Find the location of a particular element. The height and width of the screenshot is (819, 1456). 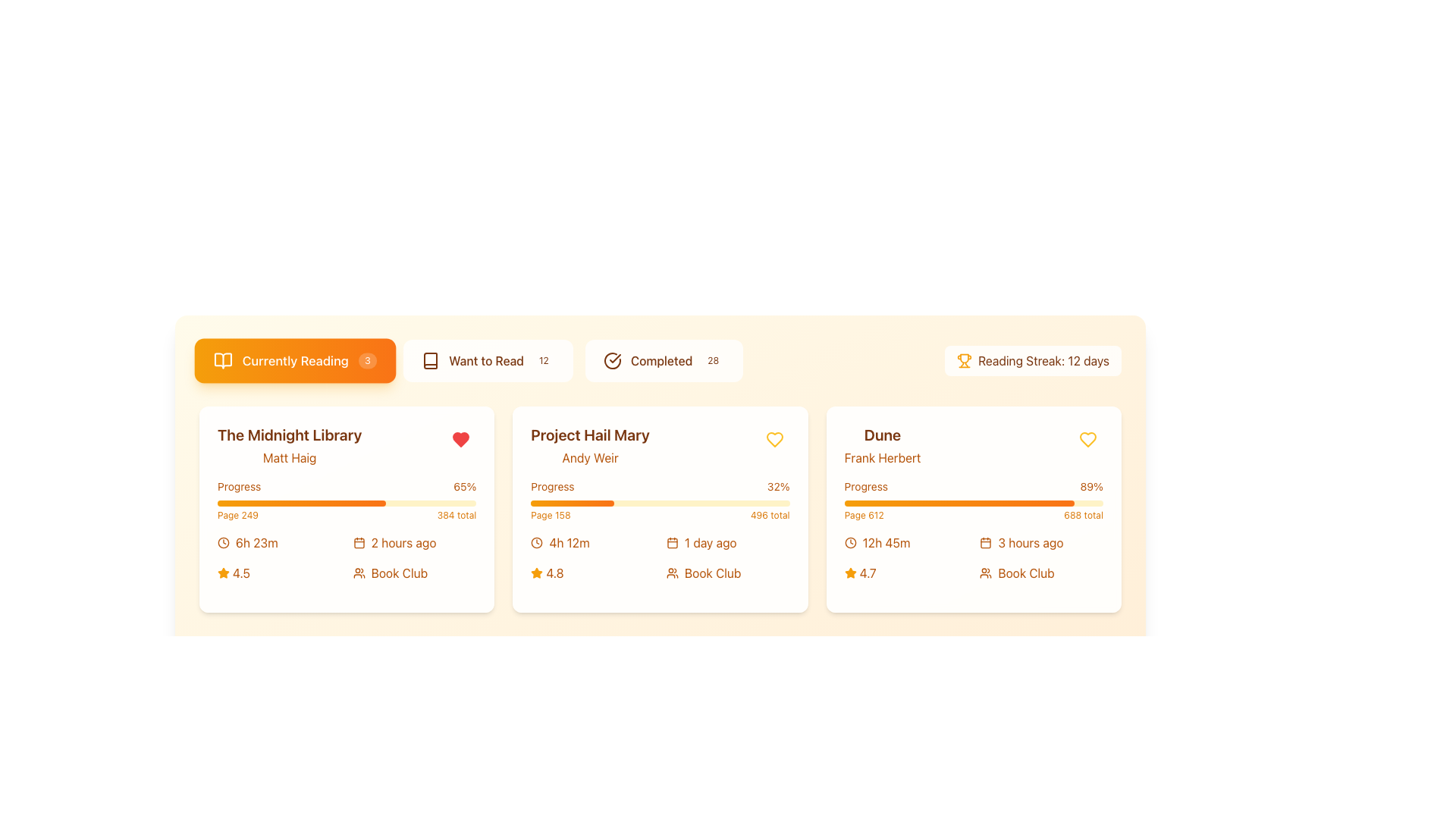

the date-related activity icon associated with 'Project Hail Mary' located to the left of the text '1 day ago' is located at coordinates (672, 542).